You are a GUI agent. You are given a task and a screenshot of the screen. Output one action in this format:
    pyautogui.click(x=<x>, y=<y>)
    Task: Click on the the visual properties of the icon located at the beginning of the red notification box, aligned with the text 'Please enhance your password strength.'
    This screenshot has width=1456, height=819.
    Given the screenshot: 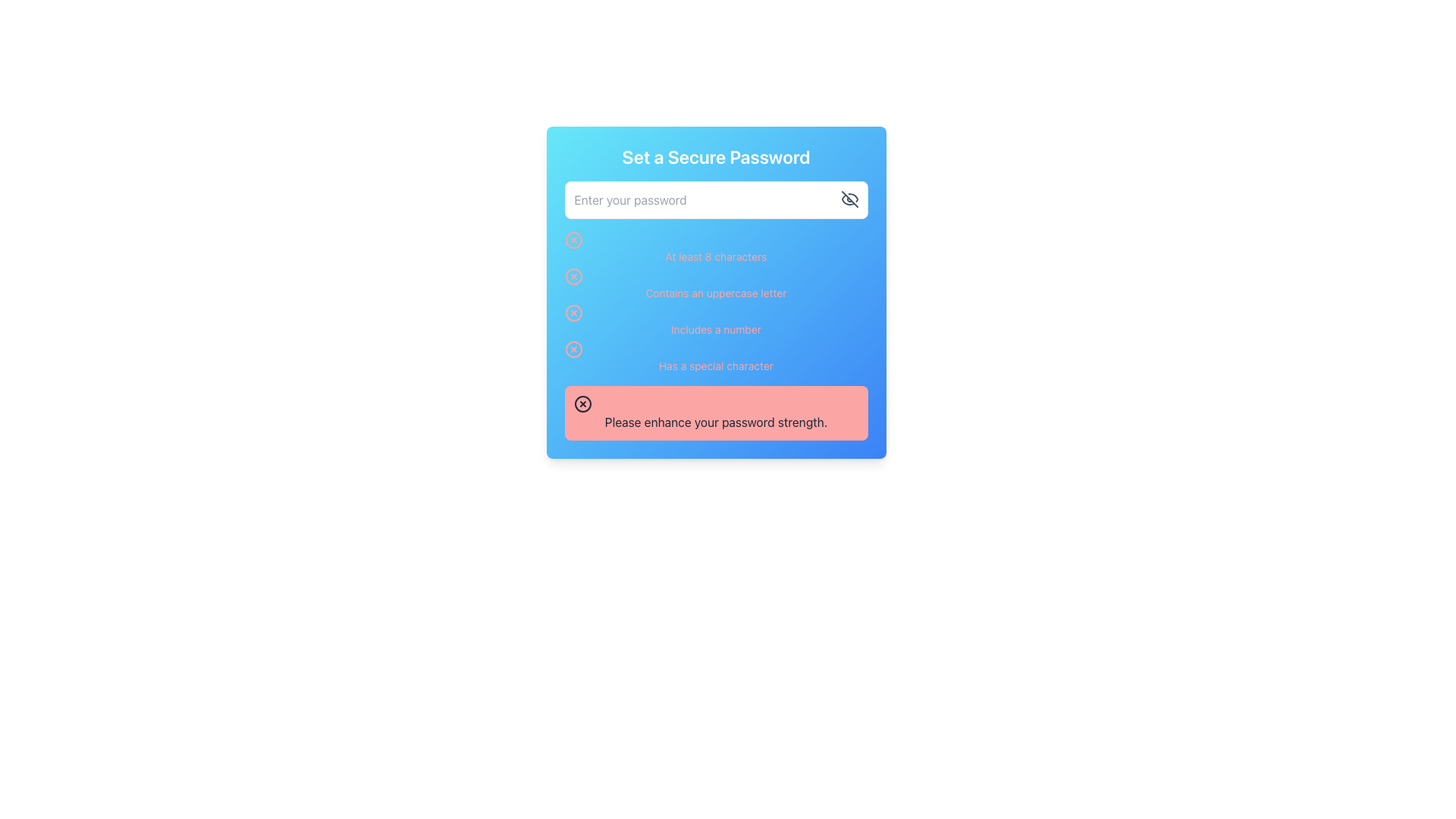 What is the action you would take?
    pyautogui.click(x=582, y=403)
    